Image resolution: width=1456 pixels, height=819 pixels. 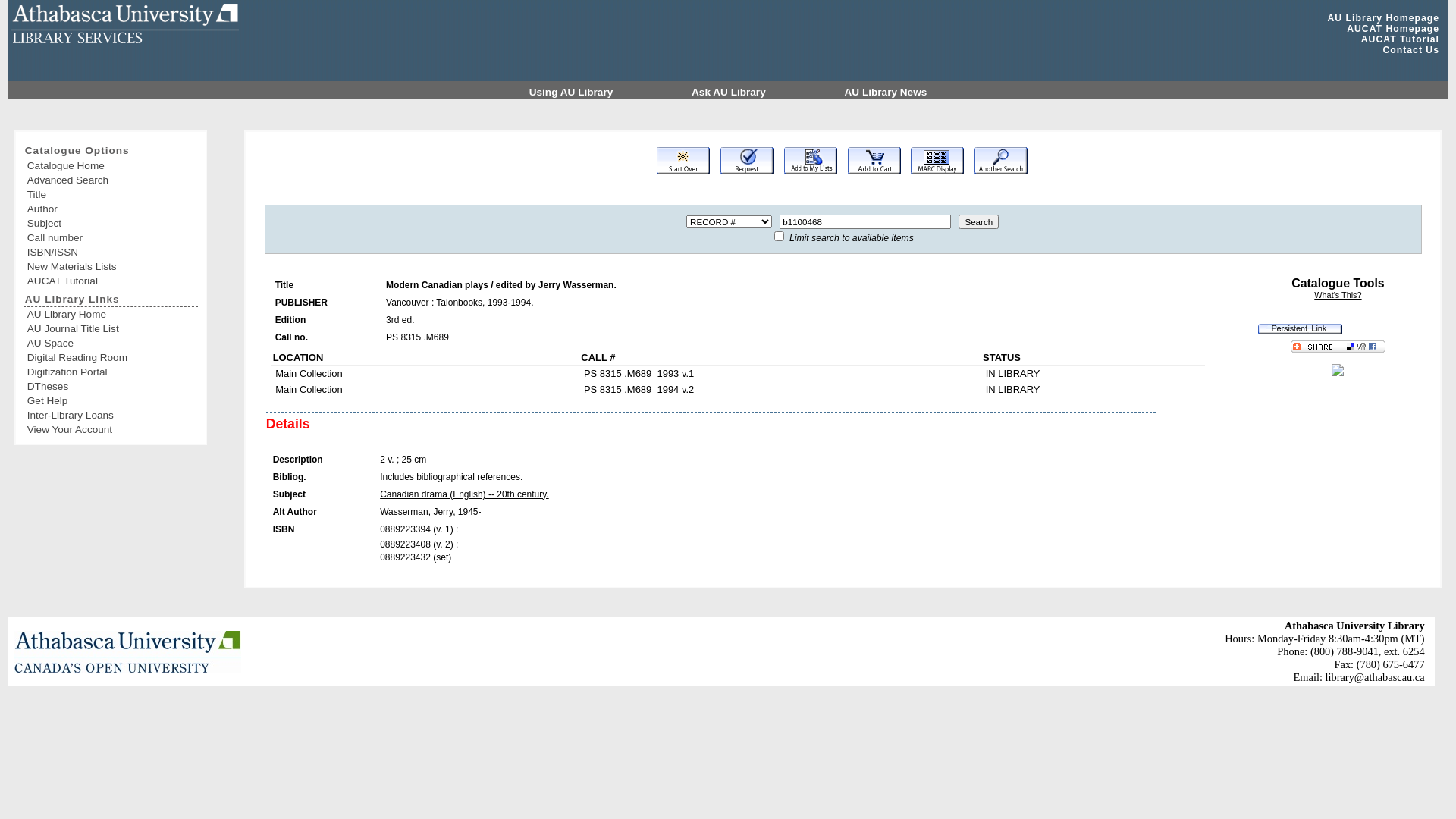 I want to click on 'Author', so click(x=111, y=209).